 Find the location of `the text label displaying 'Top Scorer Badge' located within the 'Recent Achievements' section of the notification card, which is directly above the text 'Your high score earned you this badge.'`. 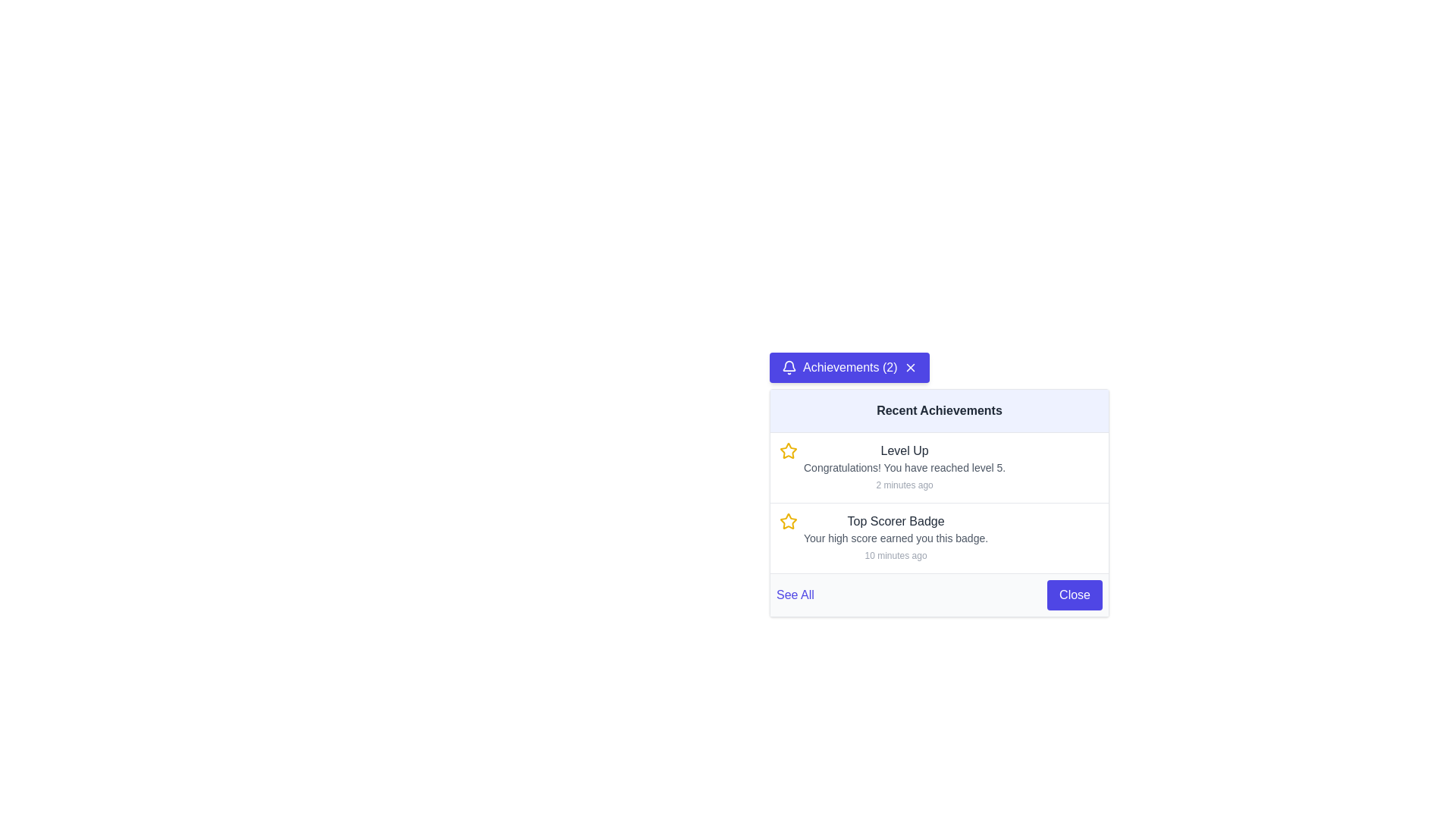

the text label displaying 'Top Scorer Badge' located within the 'Recent Achievements' section of the notification card, which is directly above the text 'Your high score earned you this badge.' is located at coordinates (896, 520).